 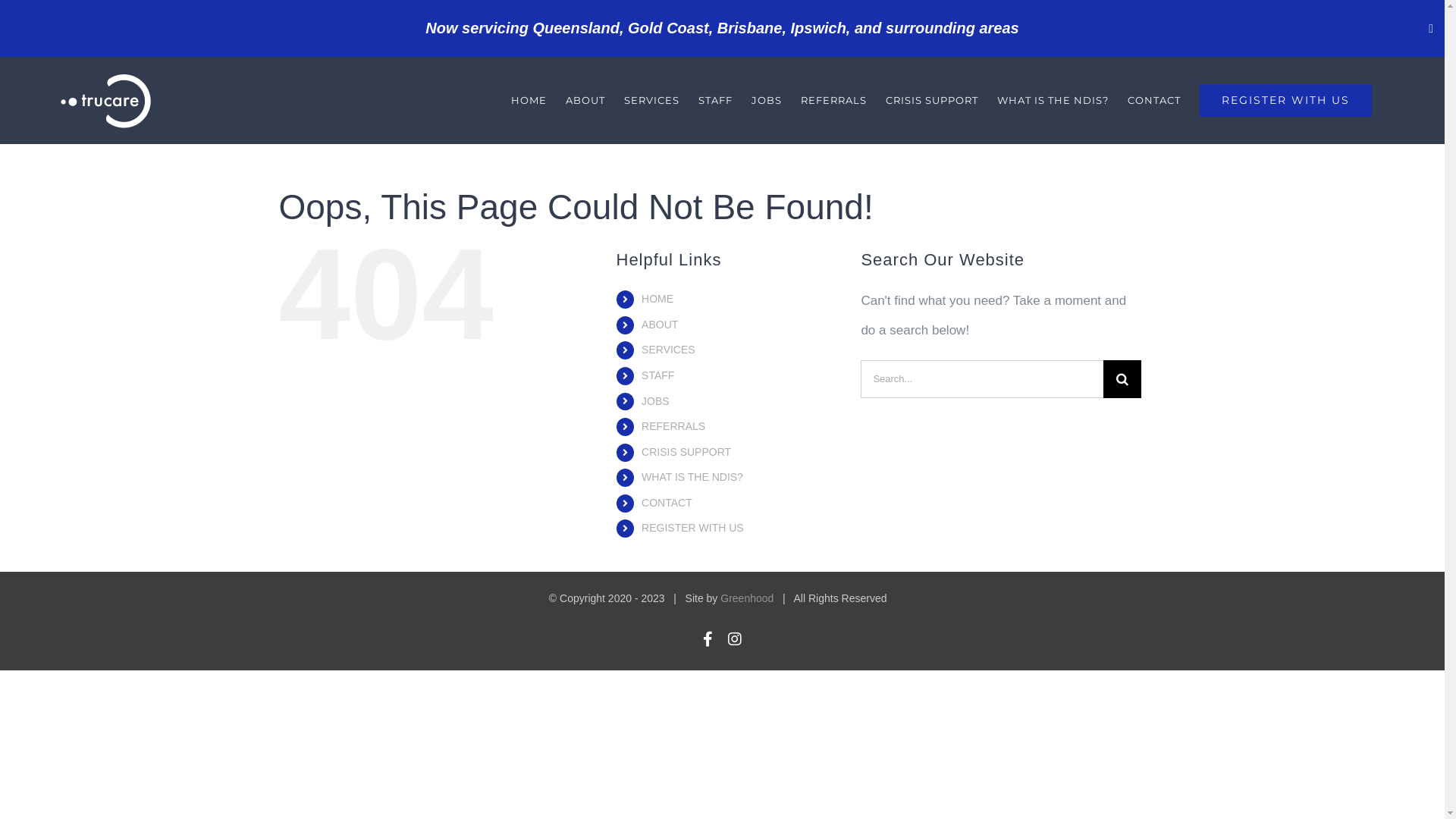 What do you see at coordinates (714, 100) in the screenshot?
I see `'STAFF'` at bounding box center [714, 100].